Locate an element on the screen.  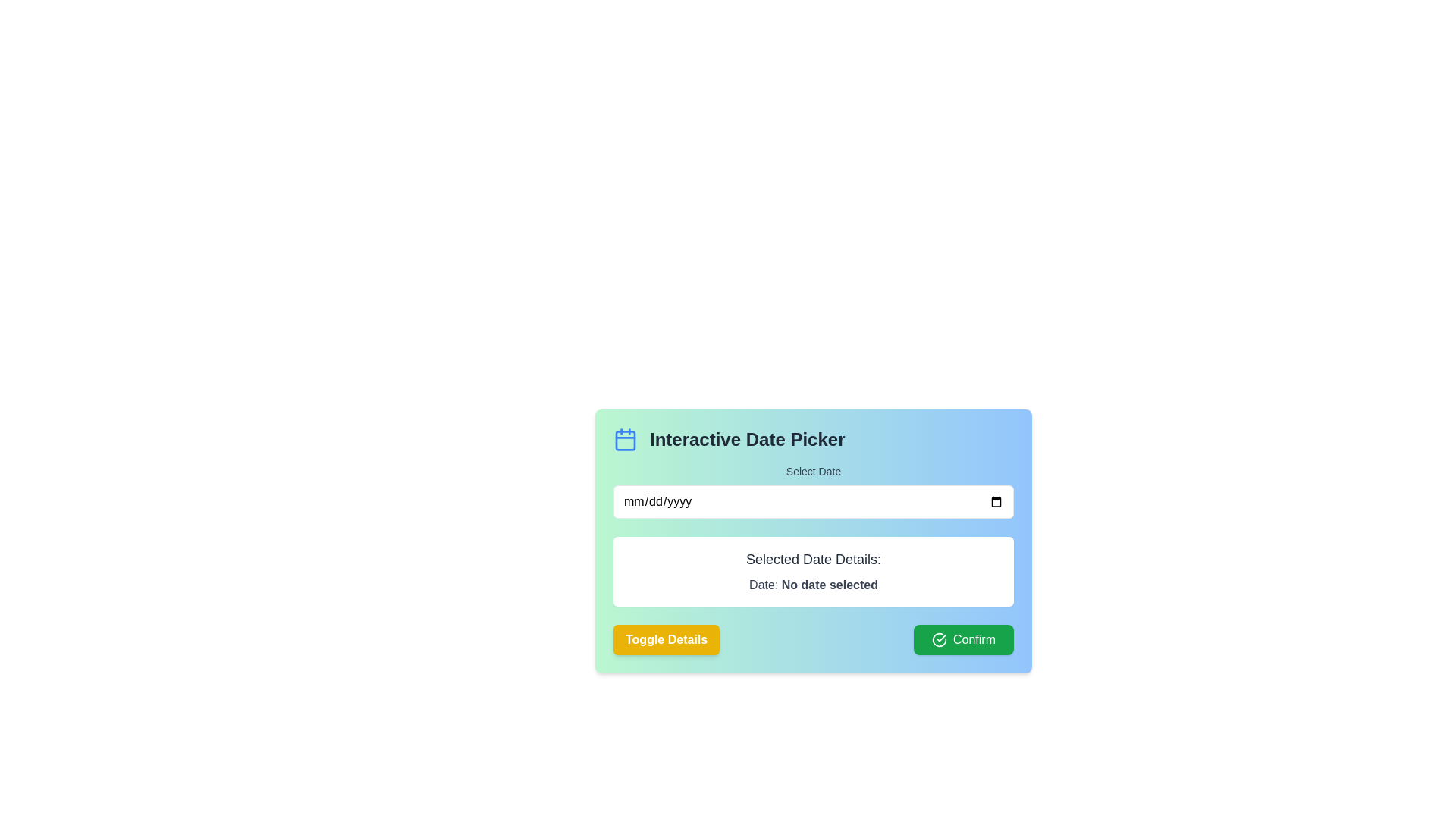
the confirmation action button located in the bottom-right corner of the card layout is located at coordinates (963, 640).